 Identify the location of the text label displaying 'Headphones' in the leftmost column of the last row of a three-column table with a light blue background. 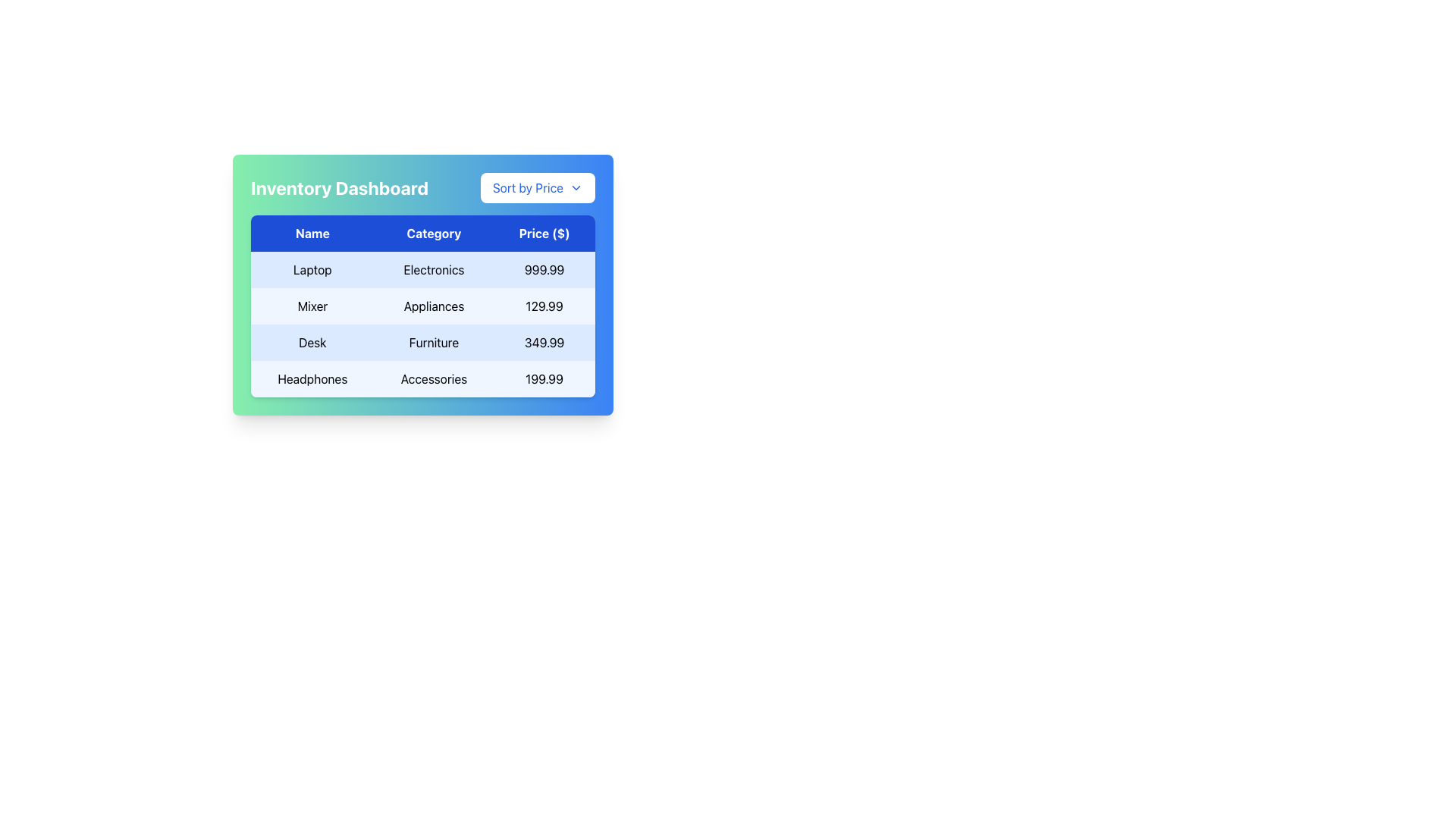
(312, 378).